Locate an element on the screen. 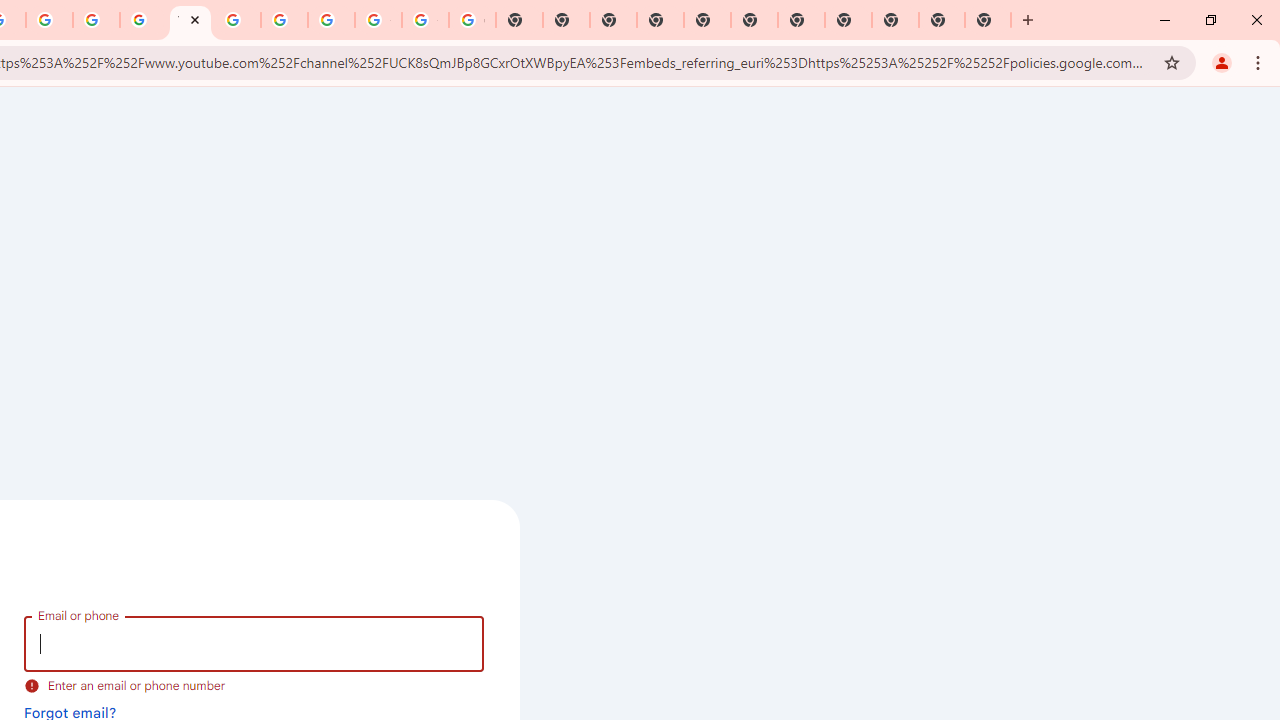  'New Tab' is located at coordinates (988, 20).